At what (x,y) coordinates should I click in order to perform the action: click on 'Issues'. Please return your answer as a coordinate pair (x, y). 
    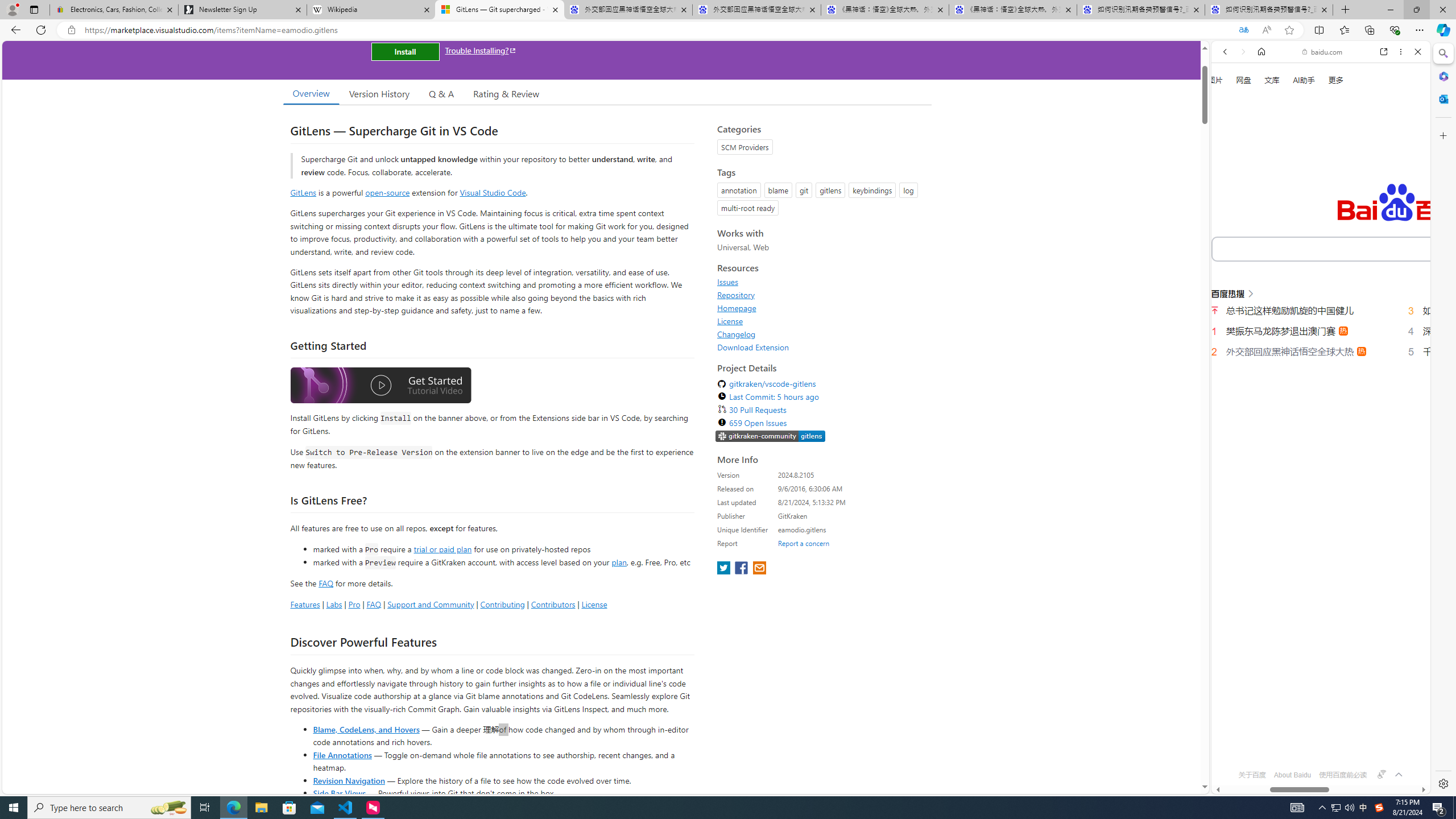
    Looking at the image, I should click on (728, 282).